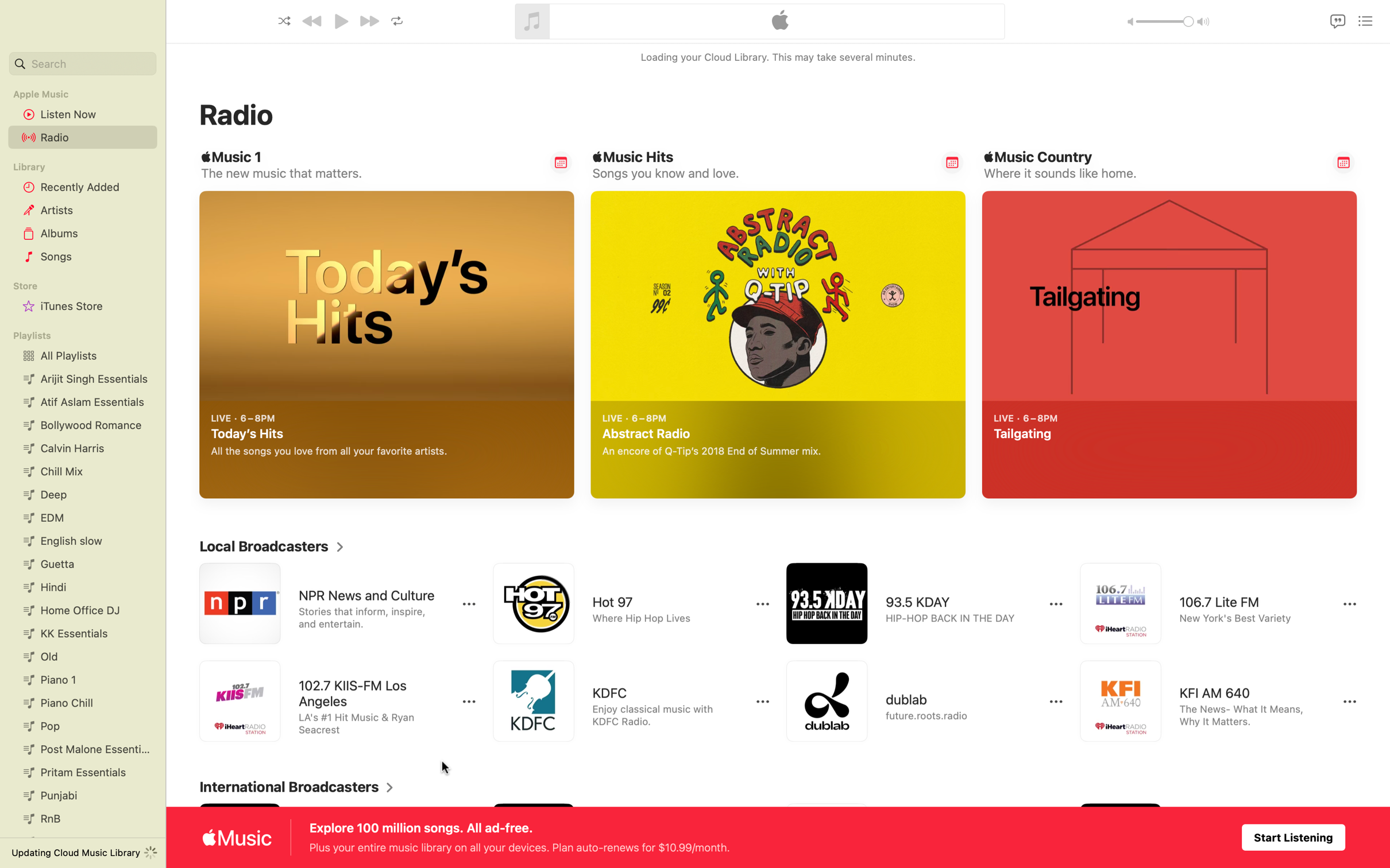 The image size is (1390, 868). Describe the element at coordinates (913, 603) in the screenshot. I see `Listen to 93.5 KDAY` at that location.